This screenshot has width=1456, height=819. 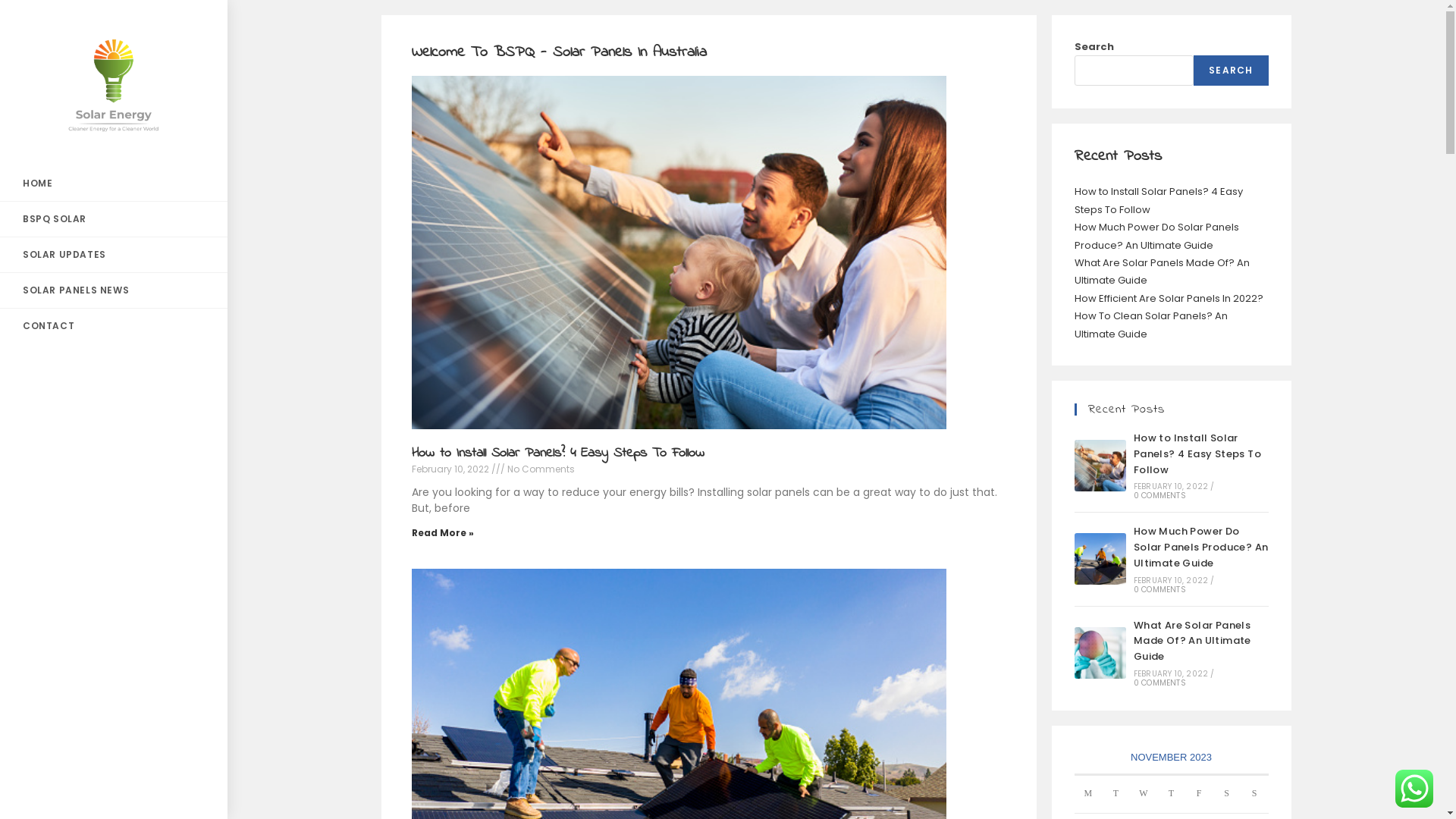 What do you see at coordinates (1150, 324) in the screenshot?
I see `'How To Clean Solar Panels? An Ultimate Guide'` at bounding box center [1150, 324].